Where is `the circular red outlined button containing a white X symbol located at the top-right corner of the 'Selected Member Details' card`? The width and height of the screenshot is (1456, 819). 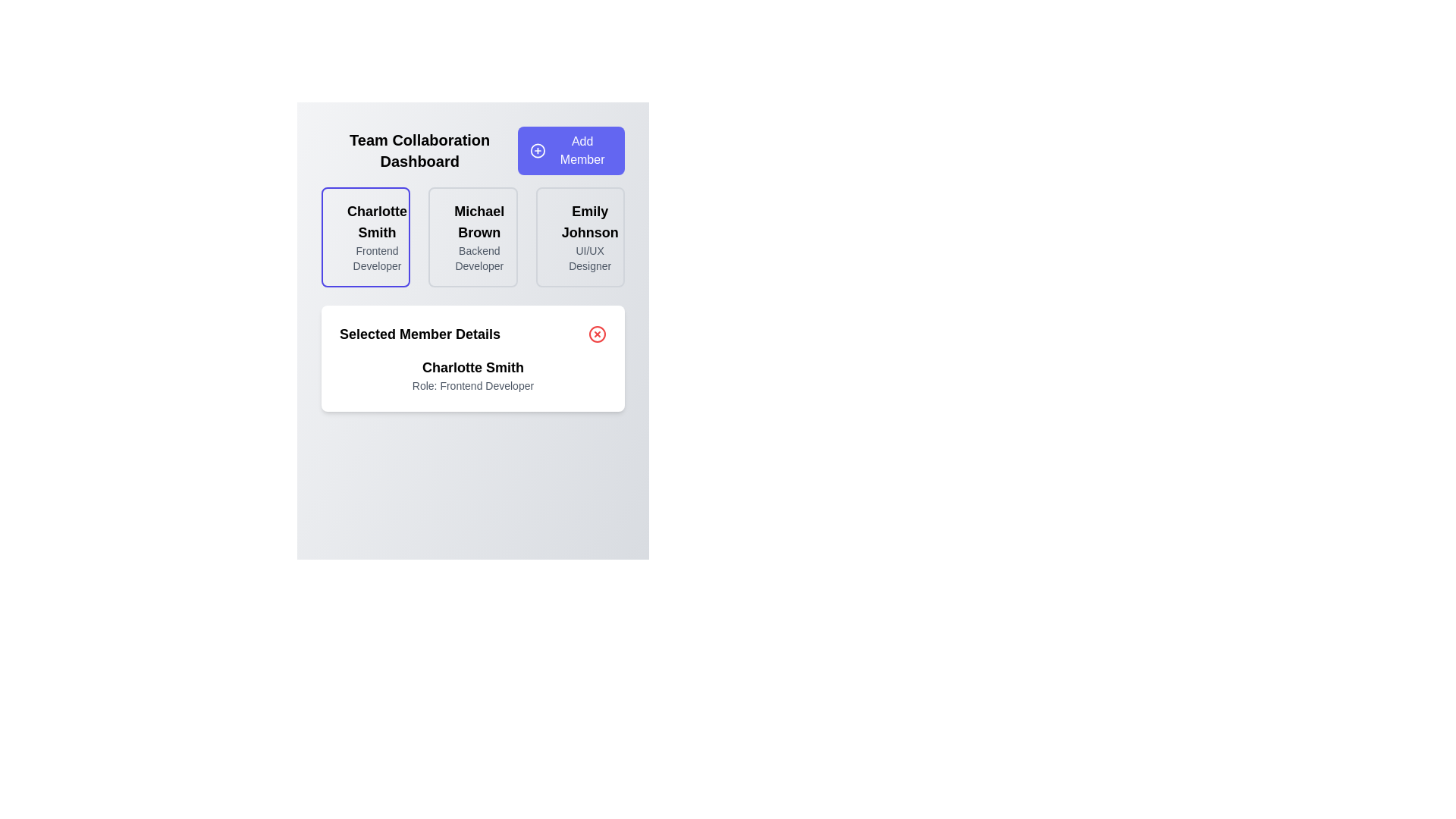 the circular red outlined button containing a white X symbol located at the top-right corner of the 'Selected Member Details' card is located at coordinates (596, 333).